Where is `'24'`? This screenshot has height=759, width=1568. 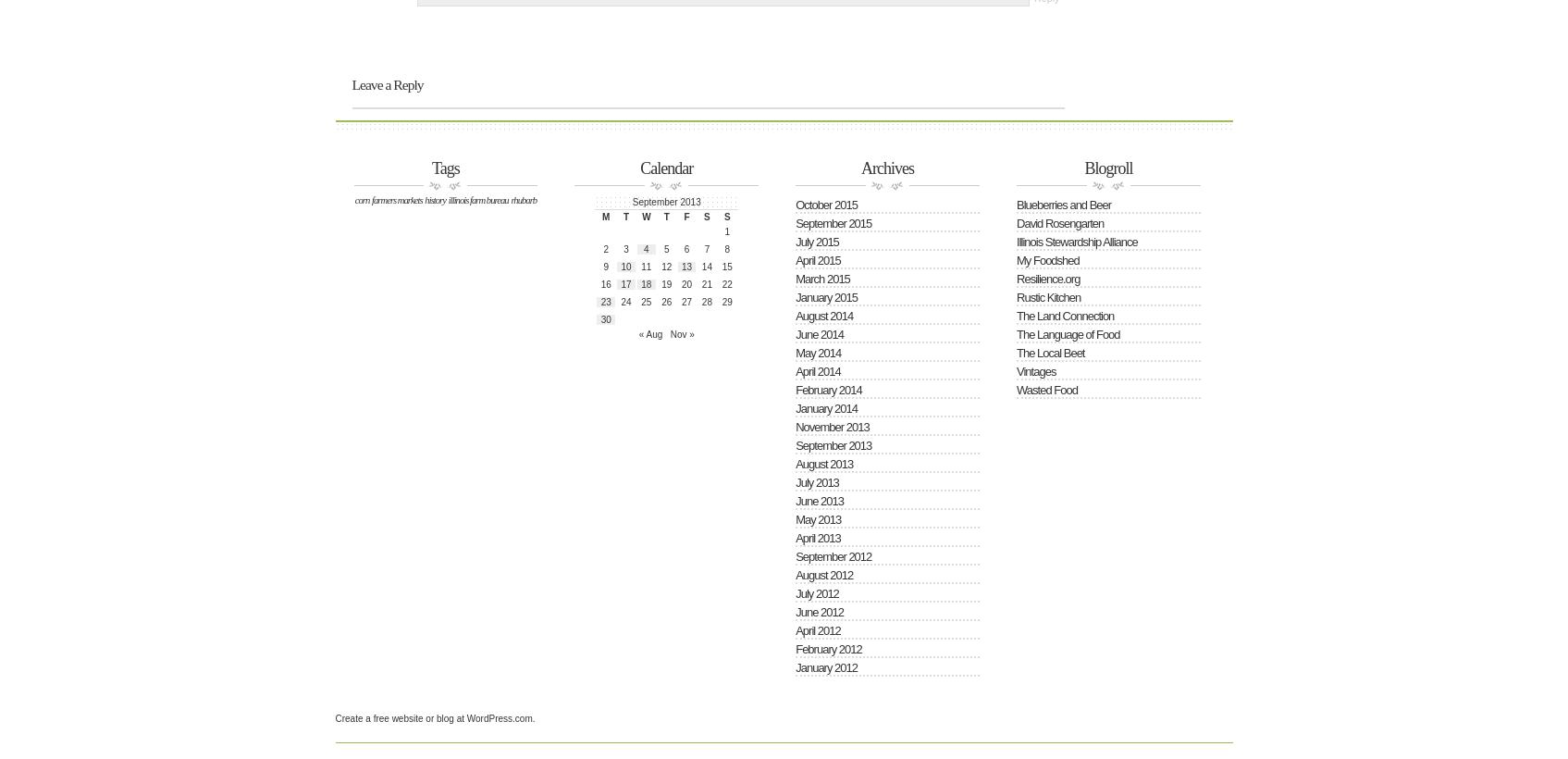
'24' is located at coordinates (625, 300).